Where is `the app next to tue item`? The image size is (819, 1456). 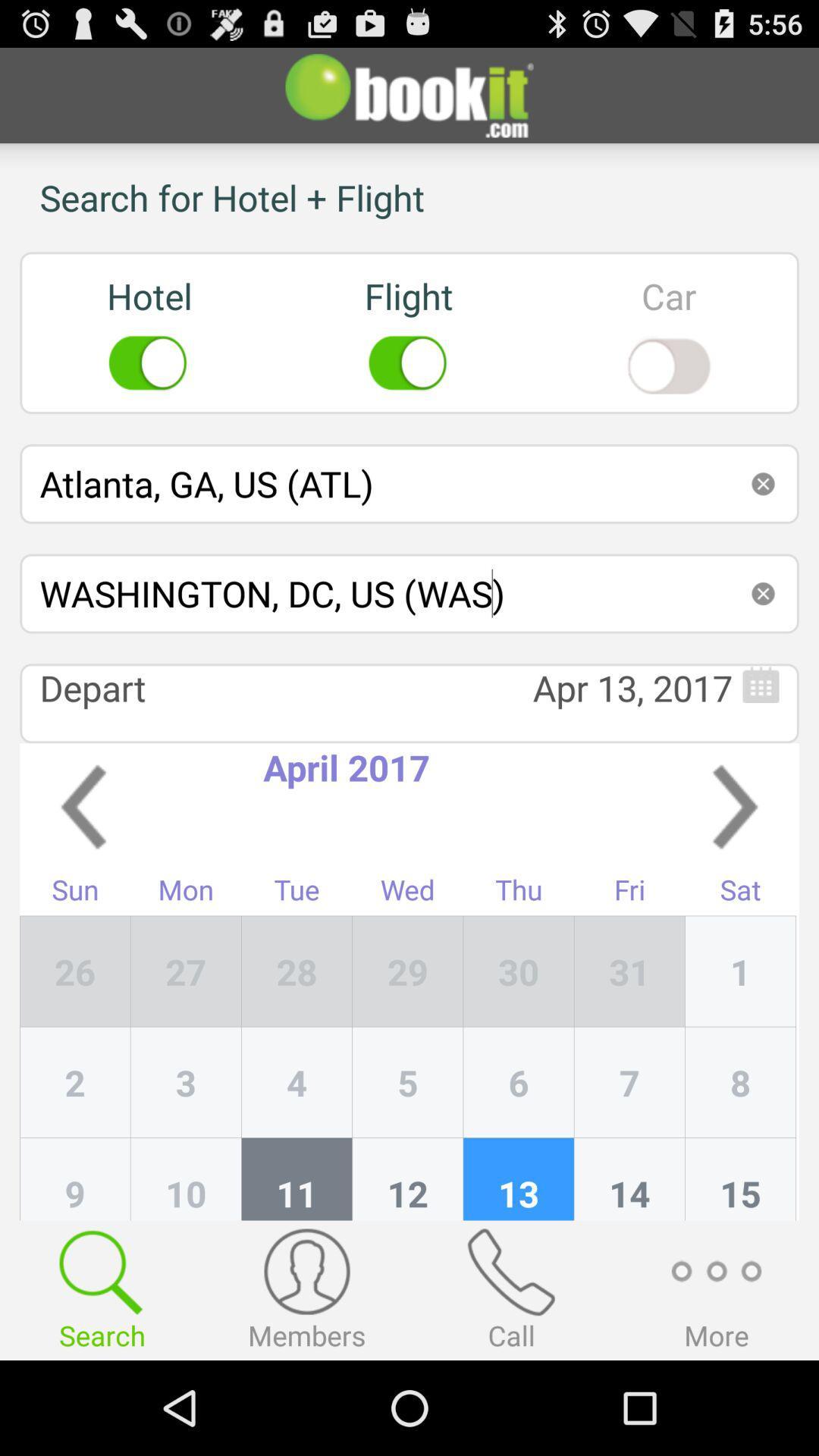 the app next to tue item is located at coordinates (407, 971).